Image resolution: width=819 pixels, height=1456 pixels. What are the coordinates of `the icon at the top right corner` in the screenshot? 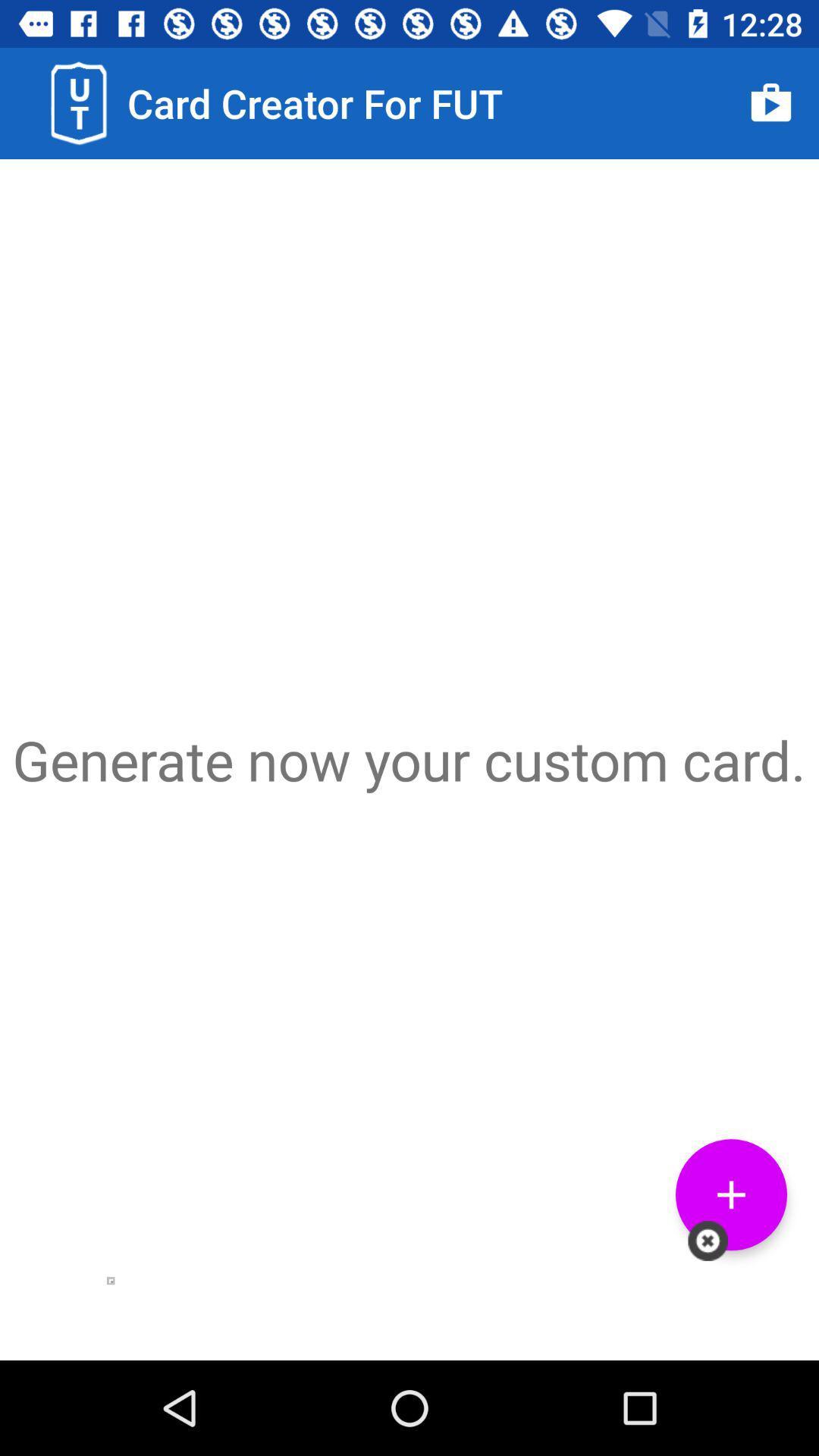 It's located at (771, 102).